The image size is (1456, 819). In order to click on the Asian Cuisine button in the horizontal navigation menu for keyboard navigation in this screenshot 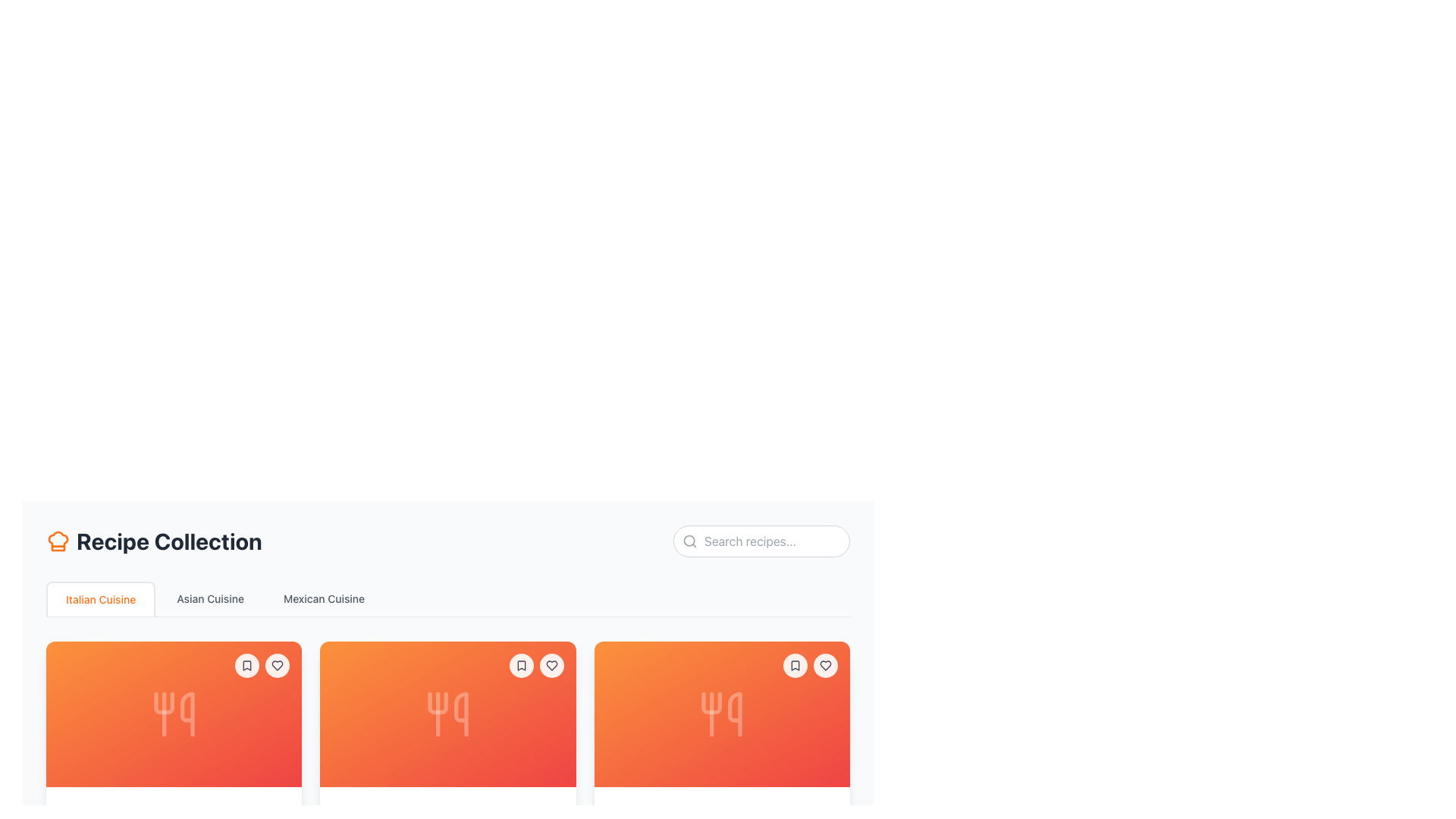, I will do `click(209, 598)`.